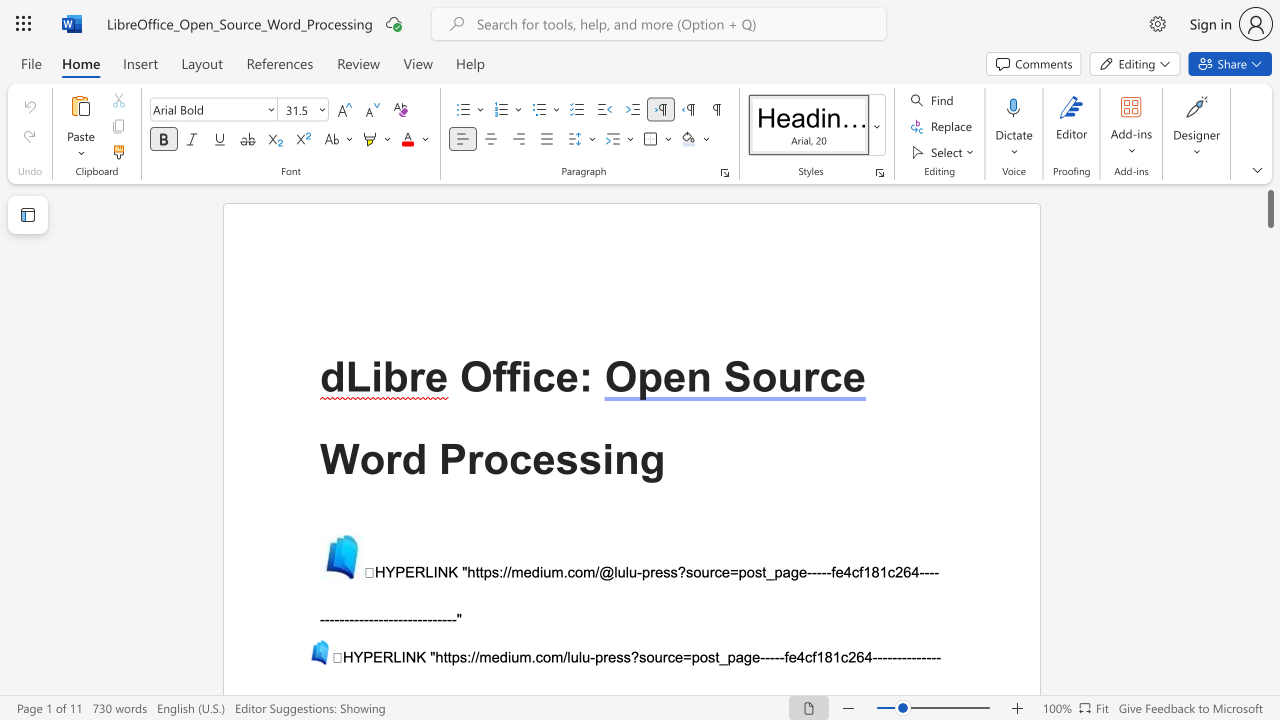 This screenshot has height=720, width=1280. What do you see at coordinates (1269, 450) in the screenshot?
I see `the scrollbar to move the page down` at bounding box center [1269, 450].